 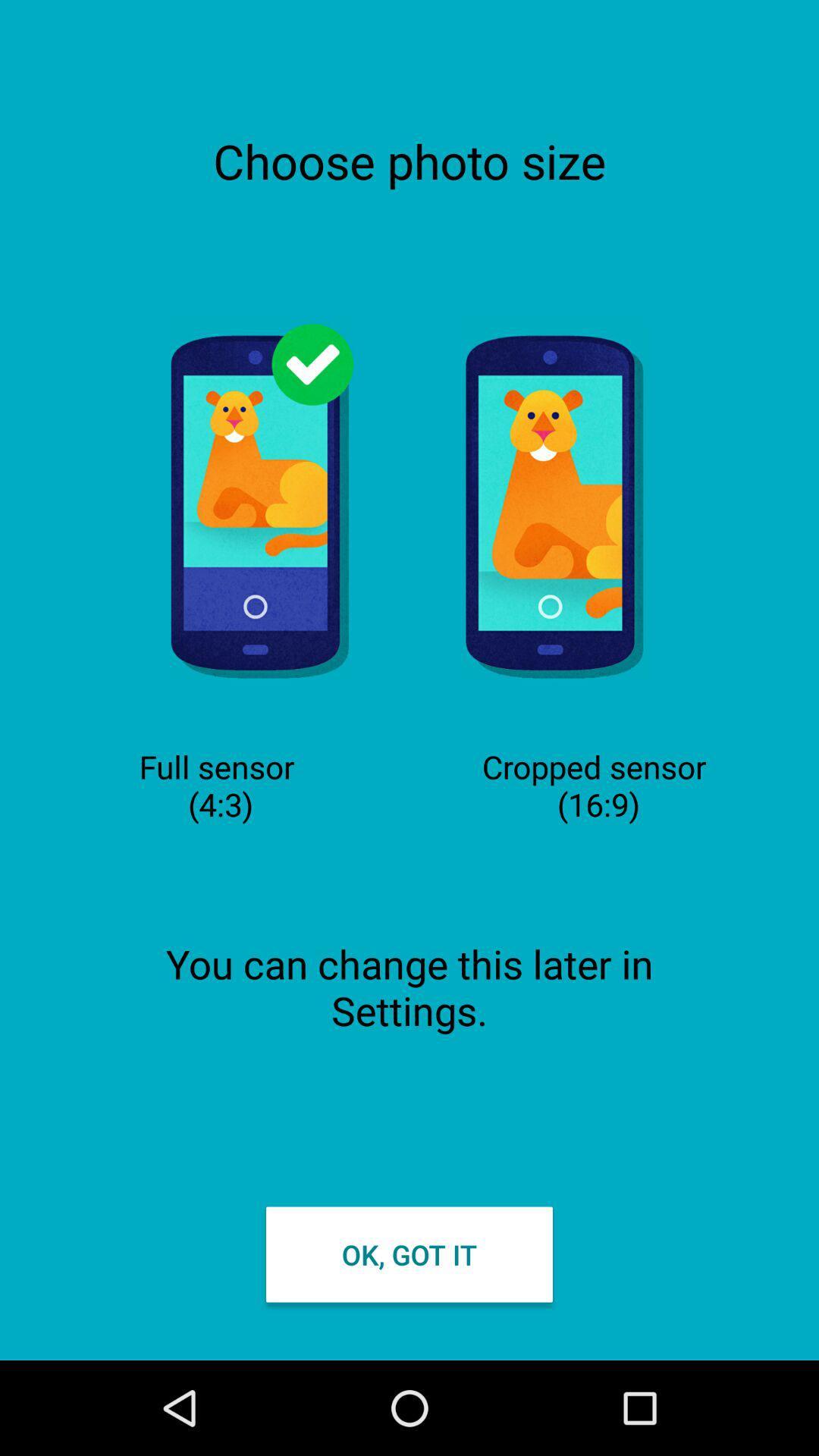 What do you see at coordinates (409, 1254) in the screenshot?
I see `the ok, got it item` at bounding box center [409, 1254].